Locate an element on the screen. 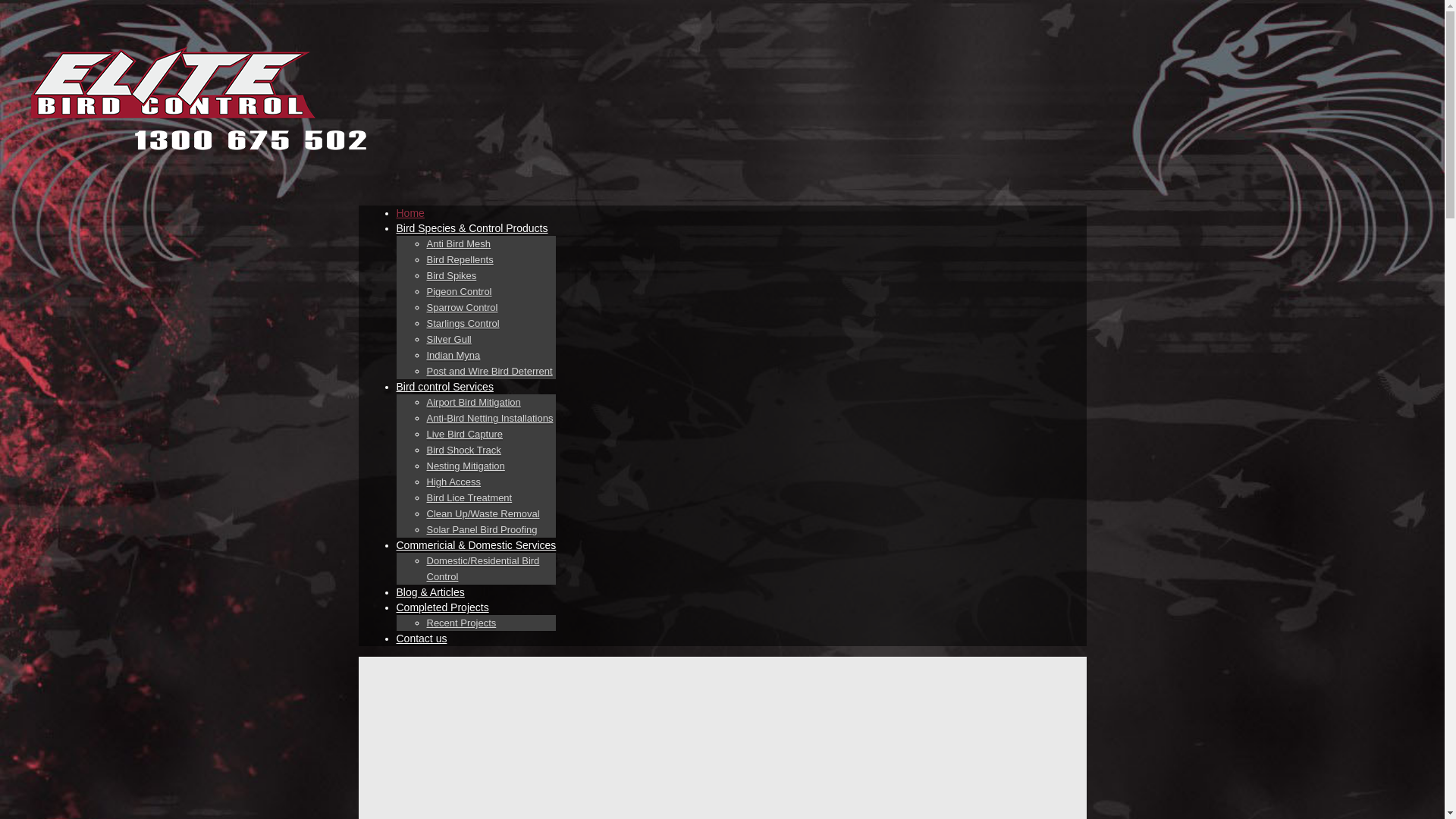 The image size is (1456, 819). 'Post and Wire Bird Deterrent' is located at coordinates (488, 371).